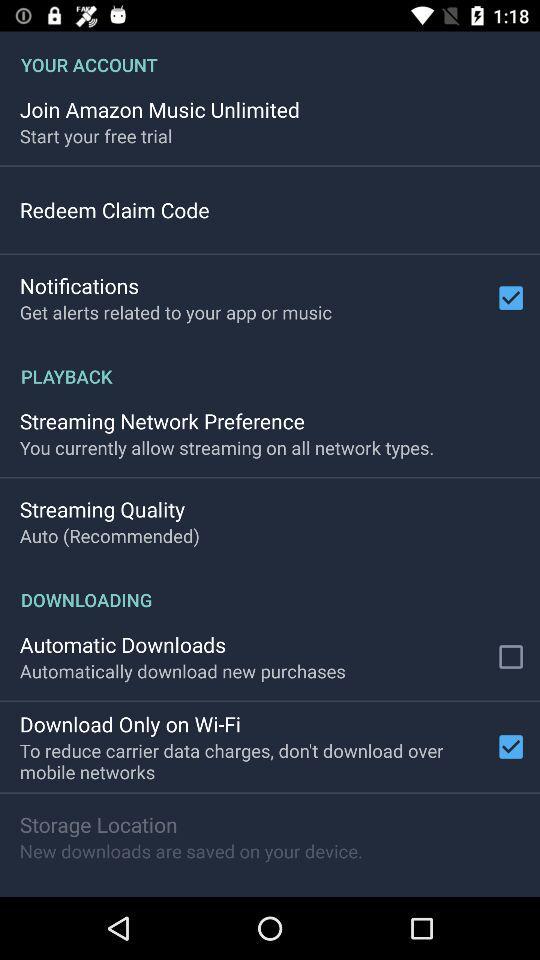 The image size is (540, 960). What do you see at coordinates (176, 312) in the screenshot?
I see `app above playback app` at bounding box center [176, 312].